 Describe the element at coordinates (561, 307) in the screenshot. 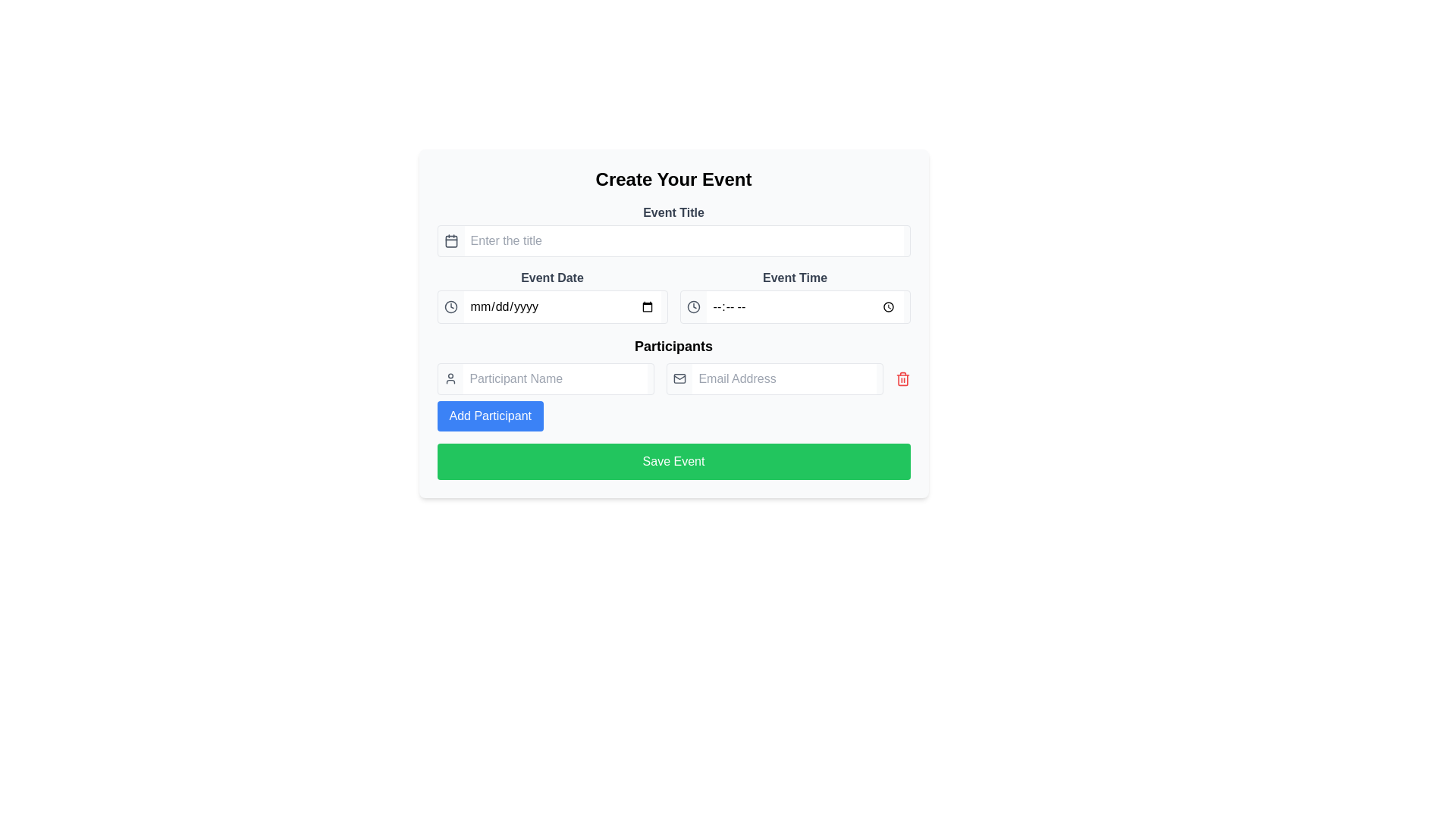

I see `a date in the Input Field of type 'date' located below the 'Event Title' field, part of the 'Event Date' input group` at that location.